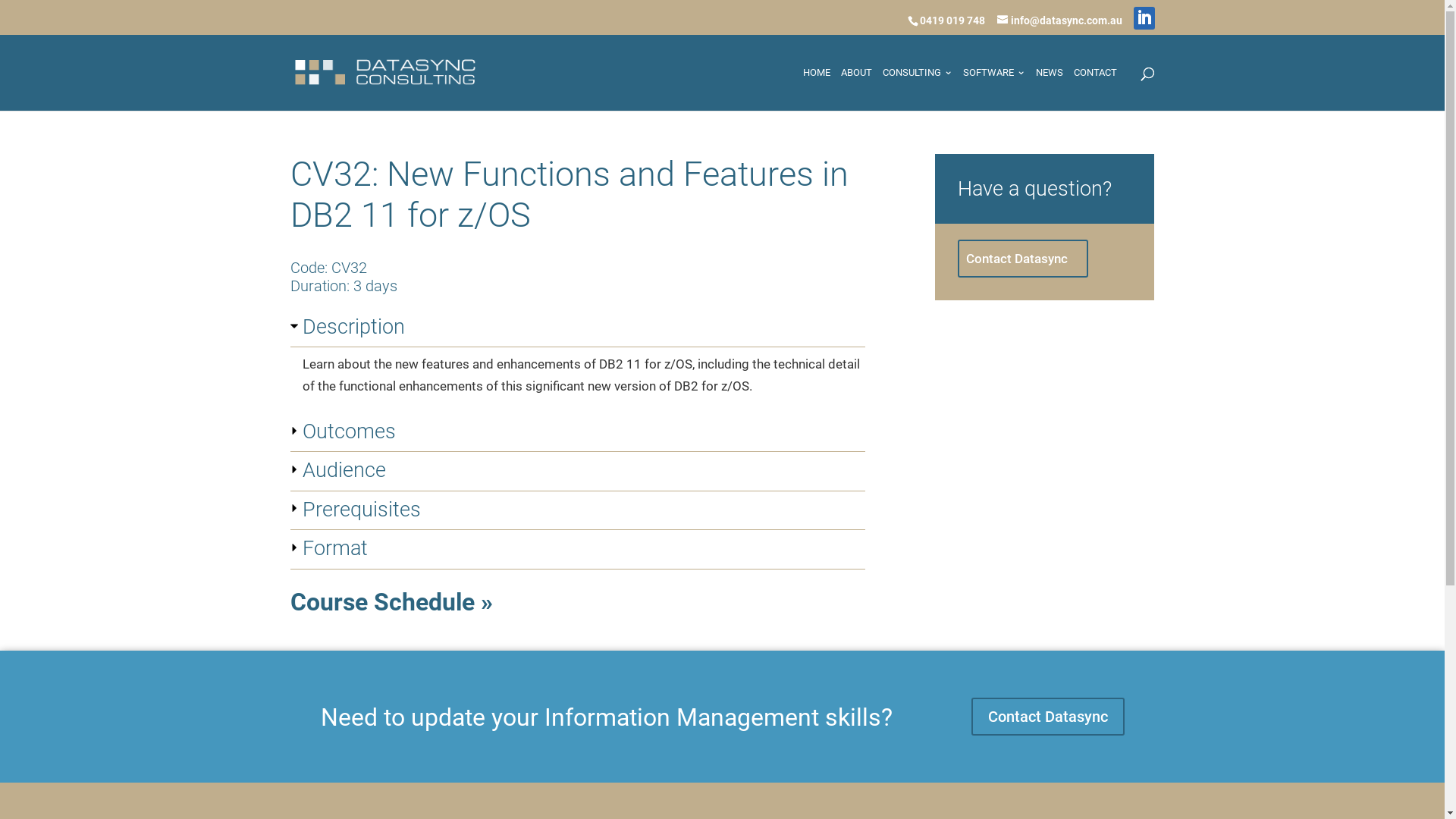 This screenshot has height=819, width=1456. Describe the element at coordinates (993, 88) in the screenshot. I see `'SOFTWARE'` at that location.